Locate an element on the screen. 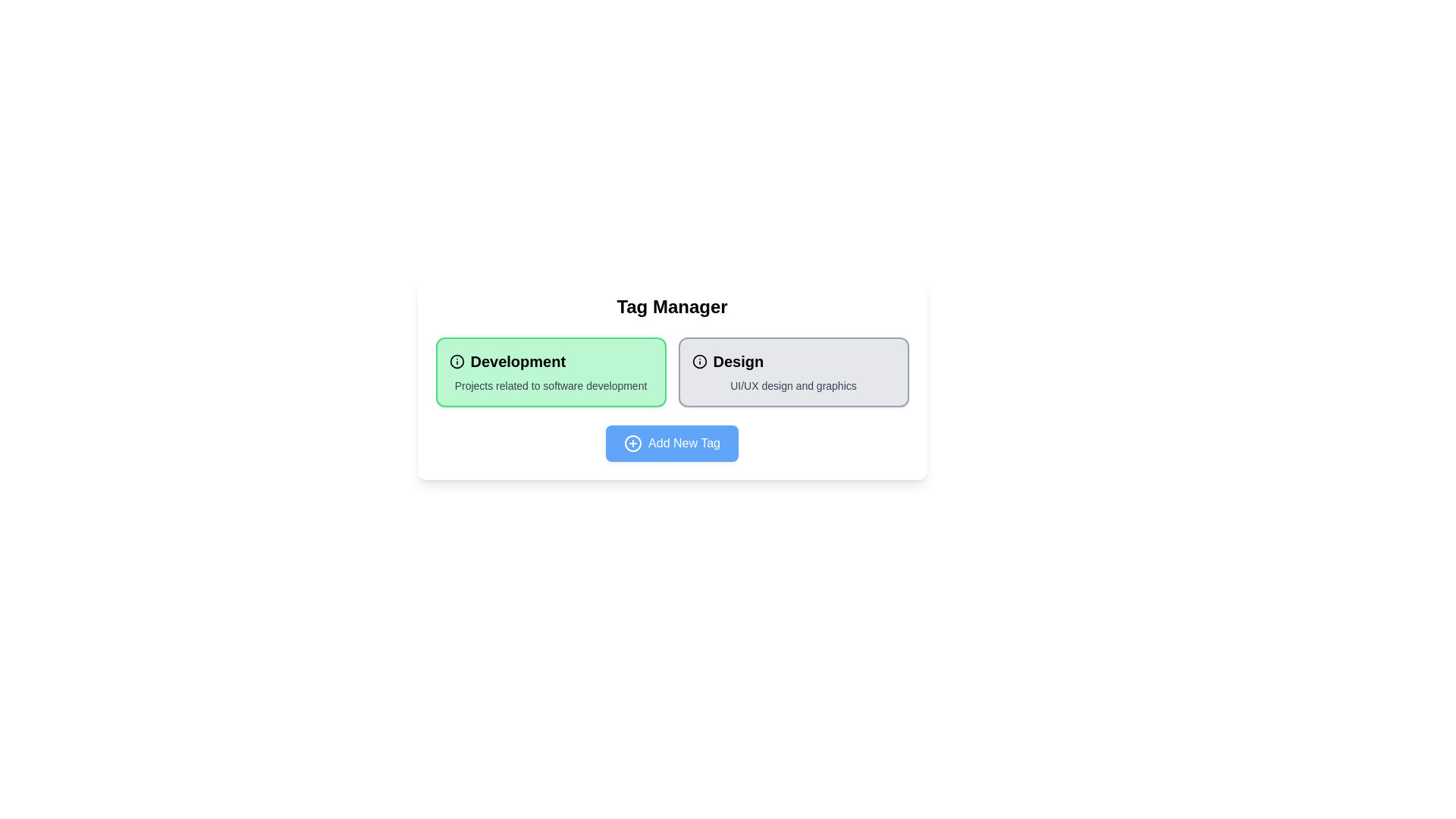 The width and height of the screenshot is (1456, 819). the 'Development' text label with an informational icon is located at coordinates (550, 362).